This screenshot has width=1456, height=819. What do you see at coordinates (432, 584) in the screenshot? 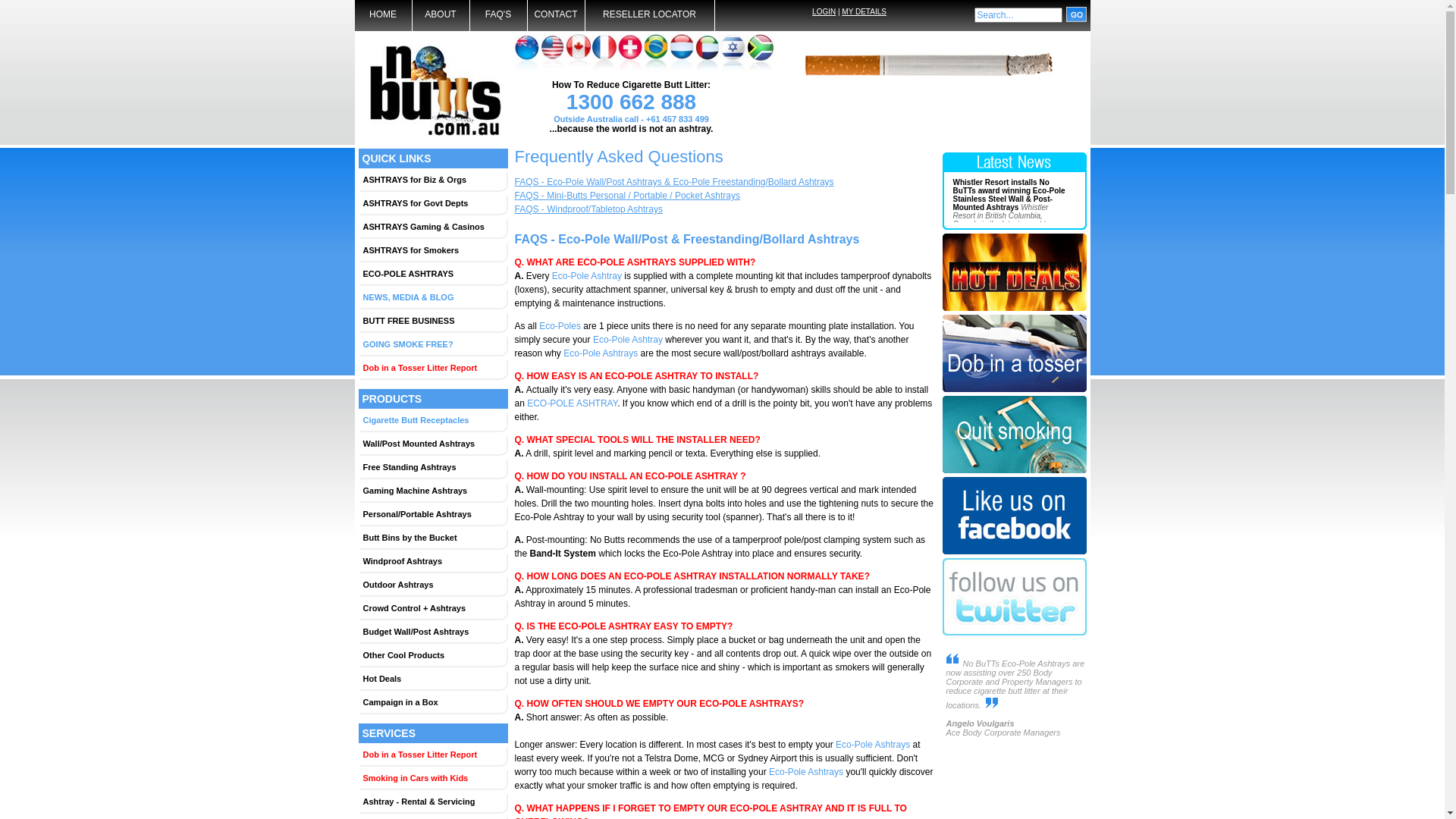
I see `'Outdoor Ashtrays'` at bounding box center [432, 584].